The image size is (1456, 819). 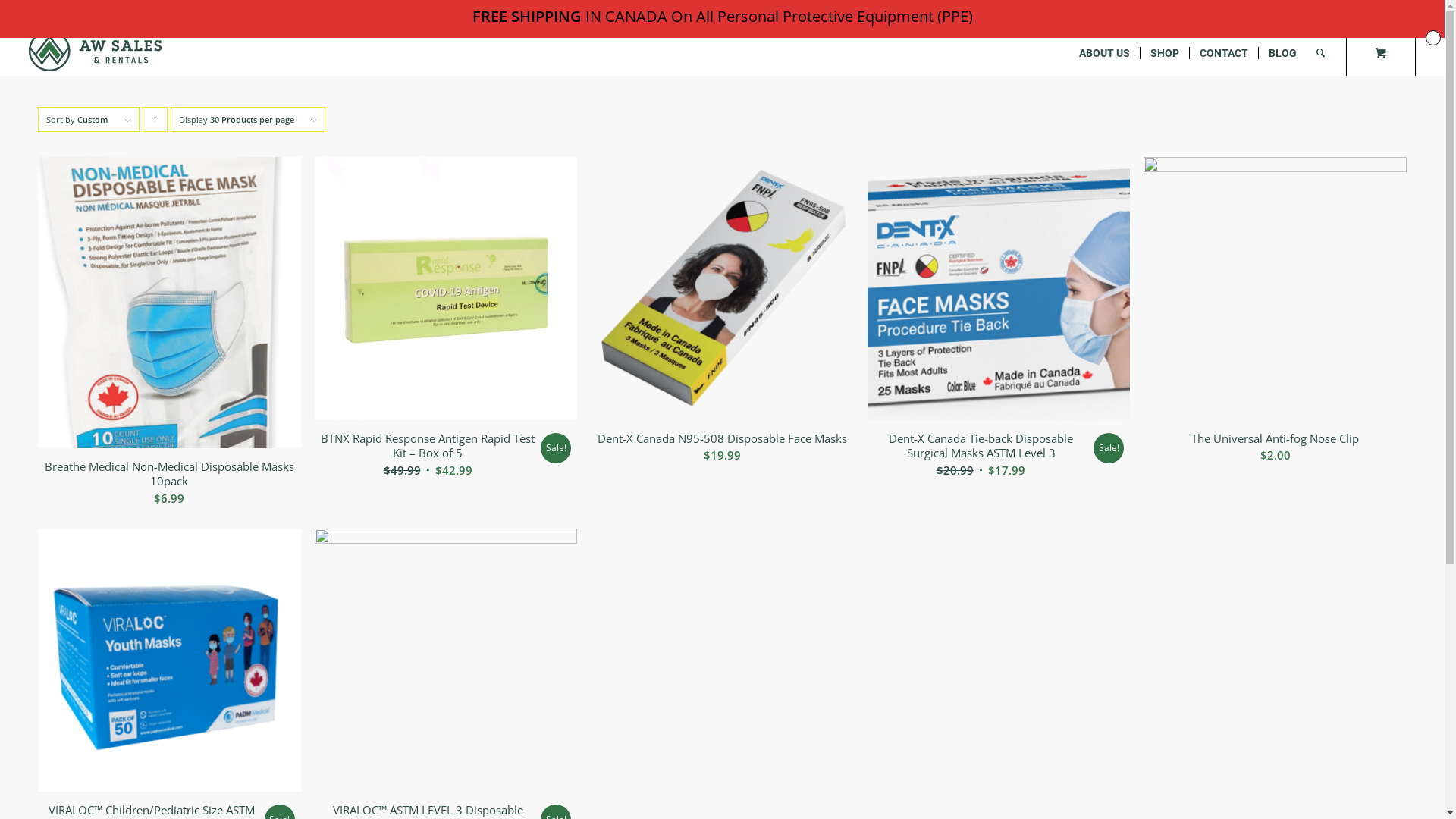 What do you see at coordinates (1258, 52) in the screenshot?
I see `'BLOG'` at bounding box center [1258, 52].